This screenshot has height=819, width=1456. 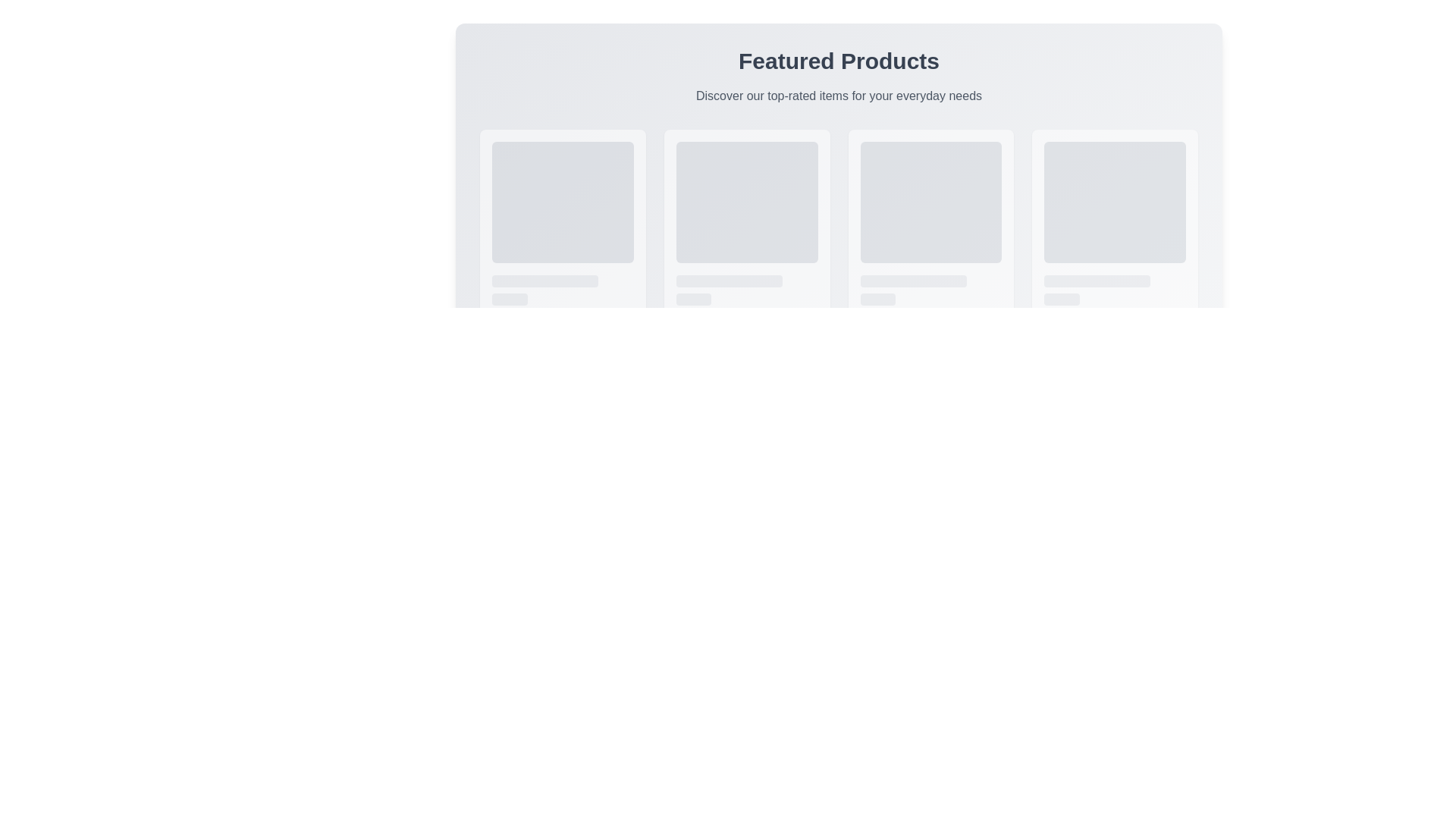 What do you see at coordinates (1061, 299) in the screenshot?
I see `the horizontal light gray bar with rounded ends, which serves as a graphical placeholder or progress indicator, located at the bottom of a section containing graphical elements` at bounding box center [1061, 299].